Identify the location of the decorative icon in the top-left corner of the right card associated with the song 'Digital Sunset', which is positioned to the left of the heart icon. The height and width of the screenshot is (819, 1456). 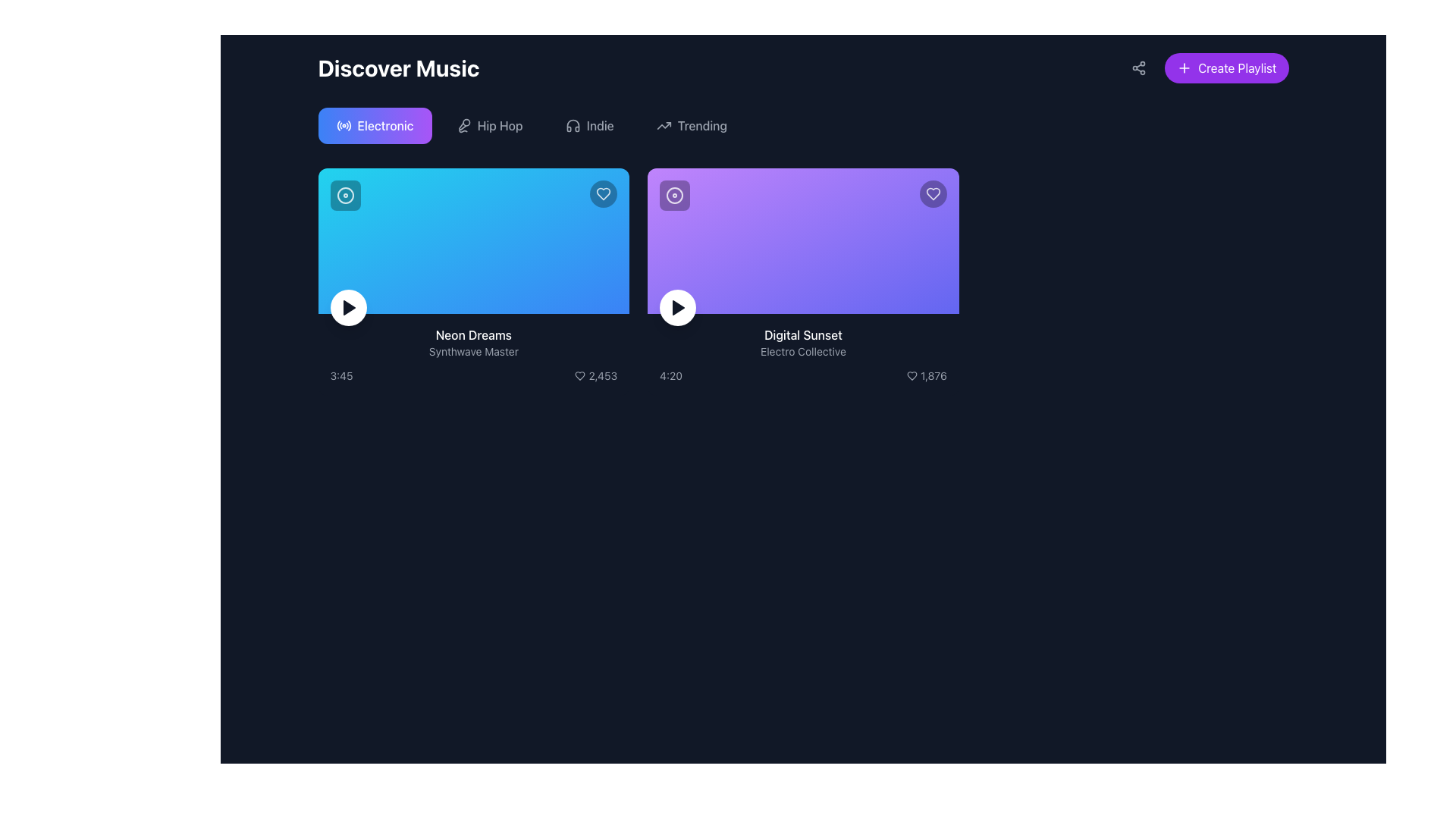
(674, 195).